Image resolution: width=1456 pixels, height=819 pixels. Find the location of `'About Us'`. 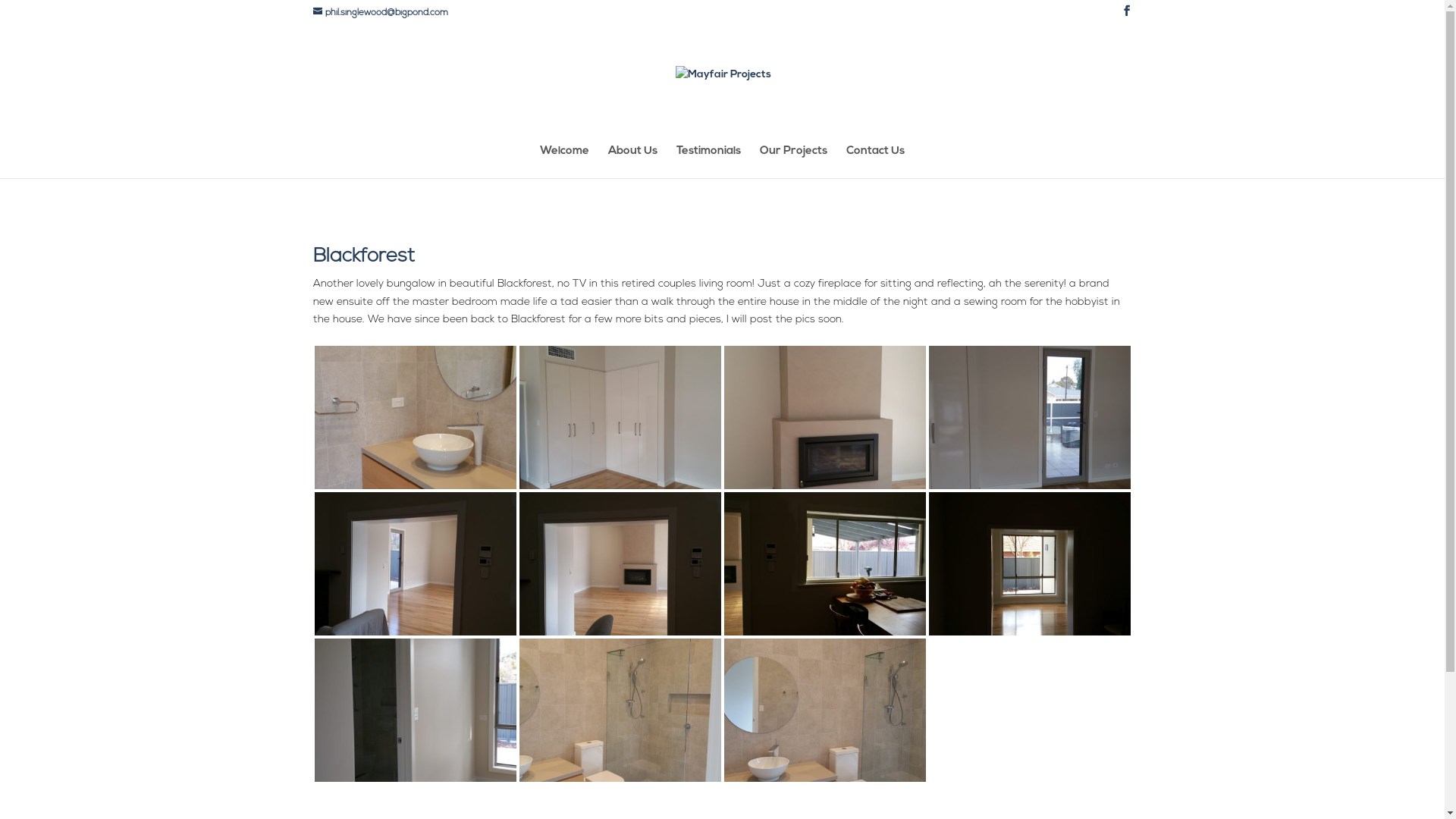

'About Us' is located at coordinates (632, 162).